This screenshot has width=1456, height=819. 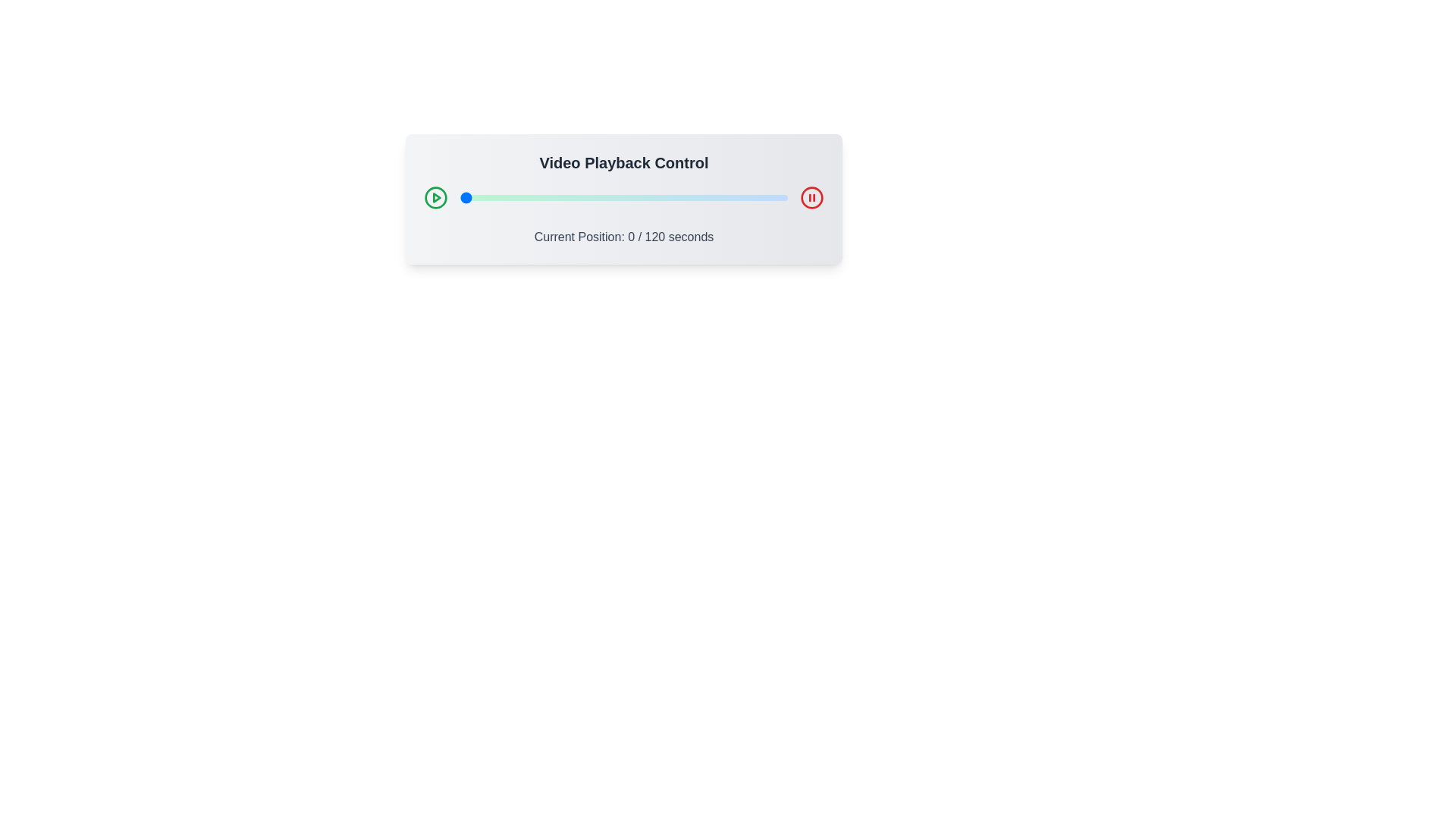 What do you see at coordinates (683, 197) in the screenshot?
I see `the video playback slider to 82 seconds` at bounding box center [683, 197].